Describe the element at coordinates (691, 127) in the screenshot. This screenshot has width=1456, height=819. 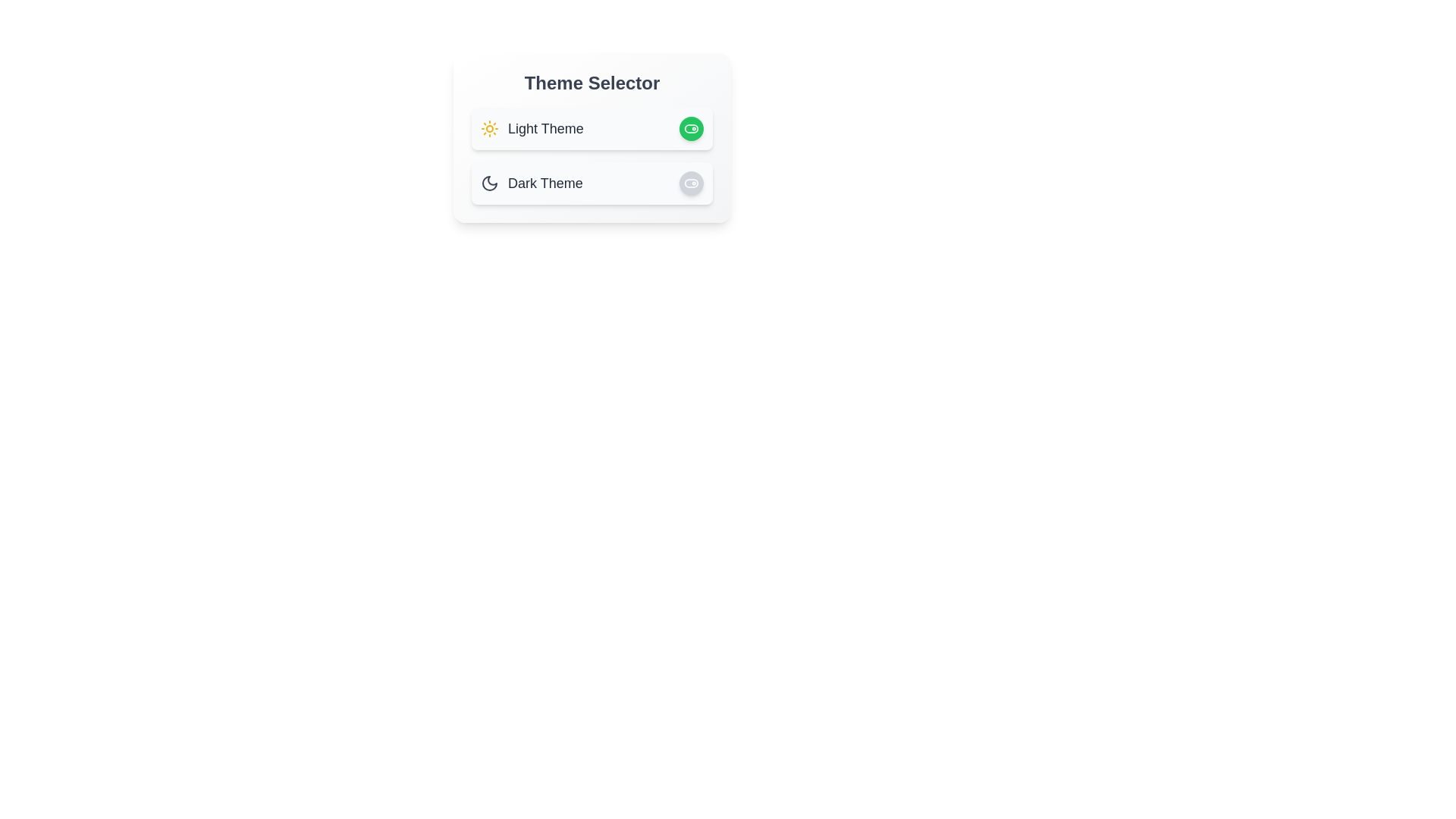
I see `the Light Theme button to toggle its state` at that location.